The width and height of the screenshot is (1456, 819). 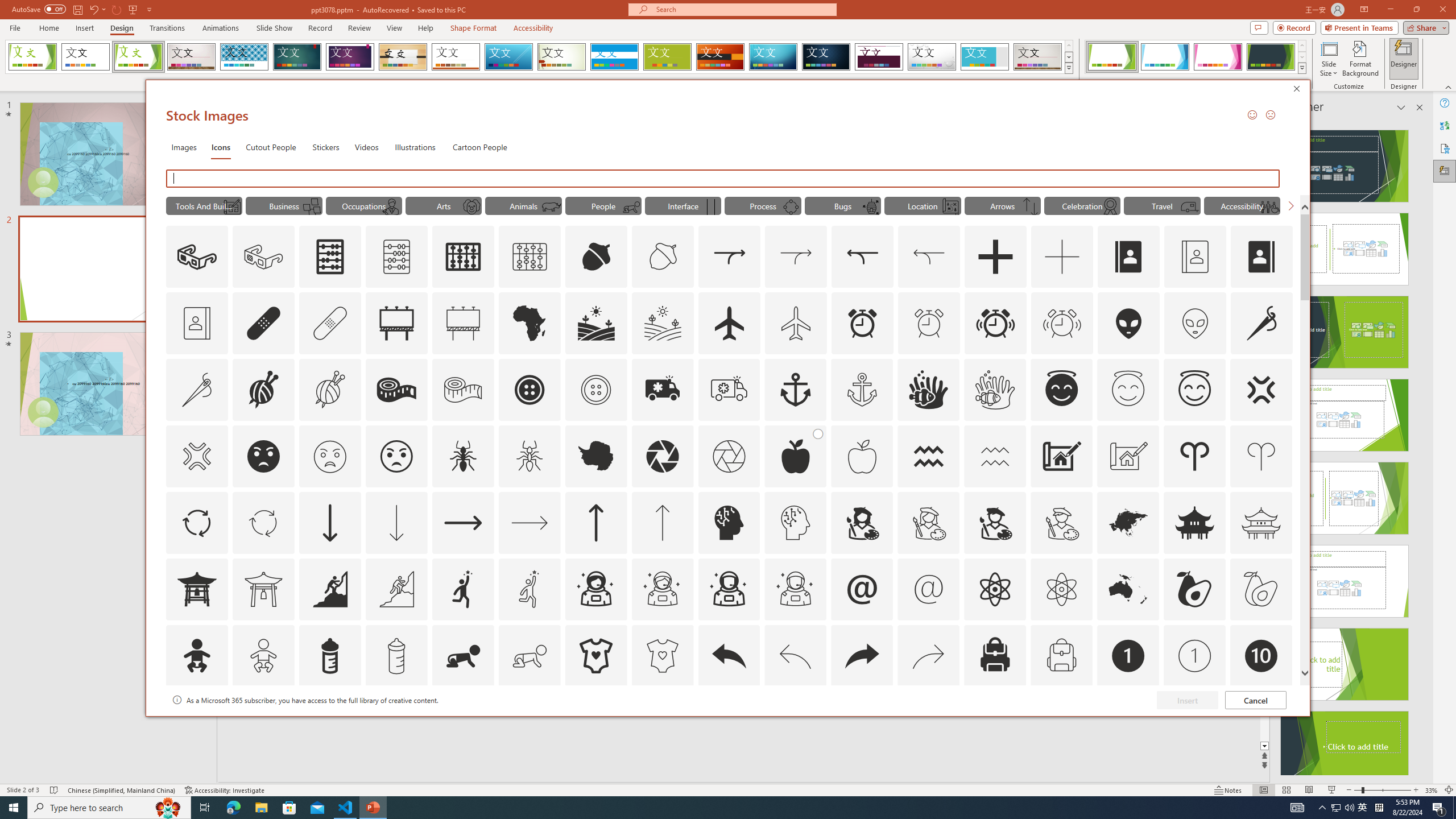 I want to click on '"Occupations" Icons.', so click(x=364, y=205).